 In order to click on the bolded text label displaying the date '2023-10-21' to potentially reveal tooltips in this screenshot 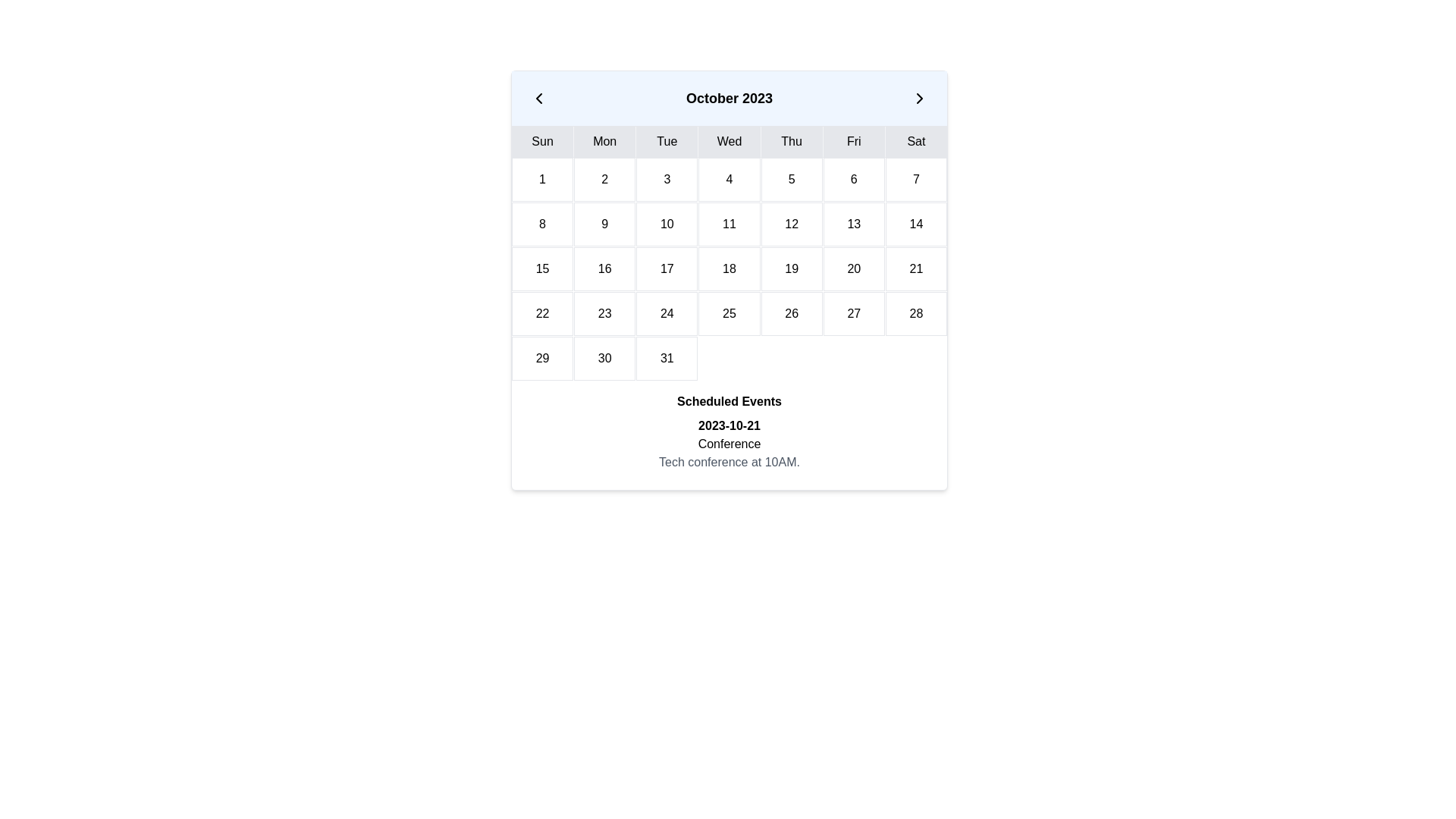, I will do `click(729, 426)`.